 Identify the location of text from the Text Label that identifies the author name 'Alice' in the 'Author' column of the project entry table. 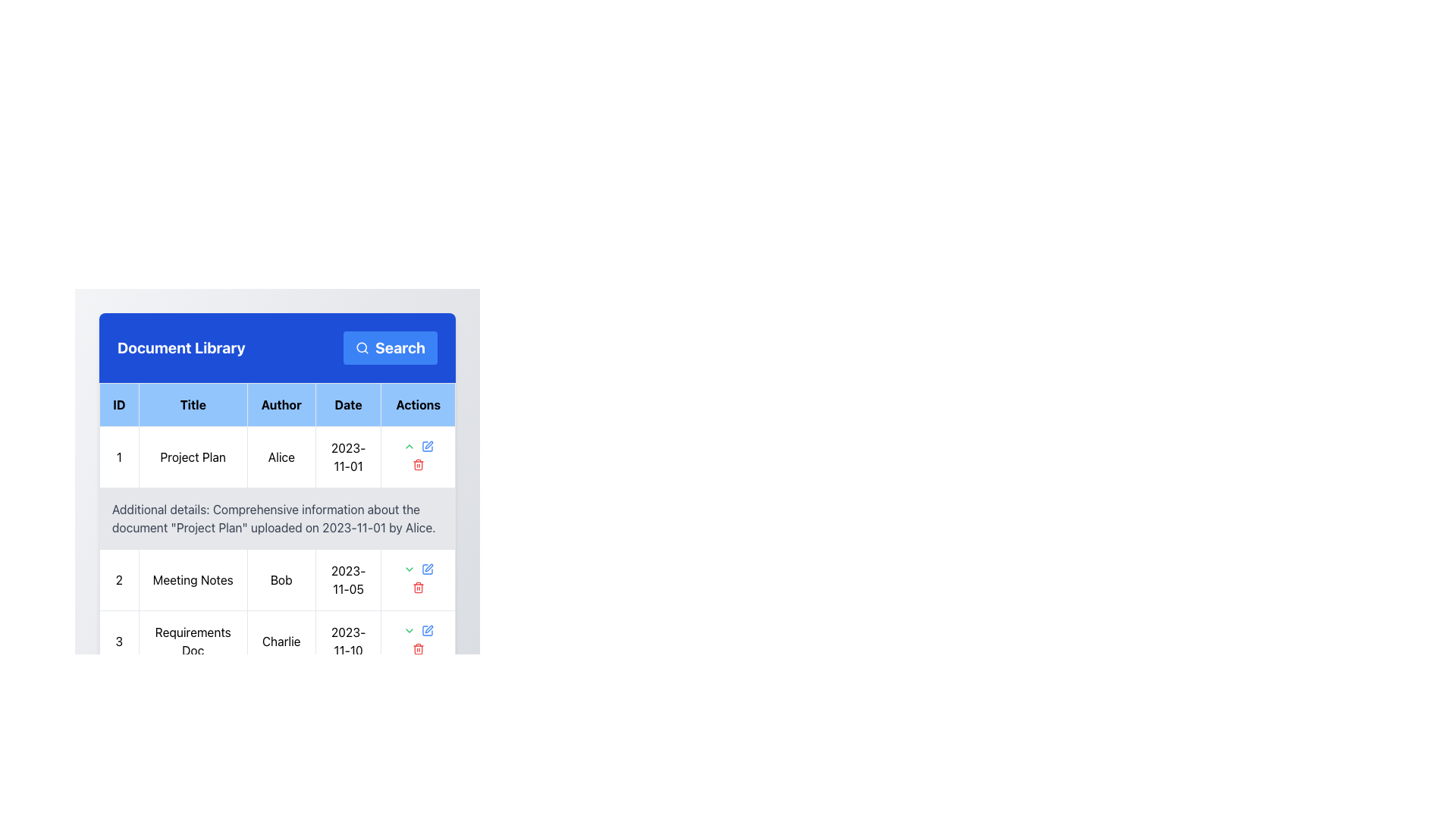
(281, 456).